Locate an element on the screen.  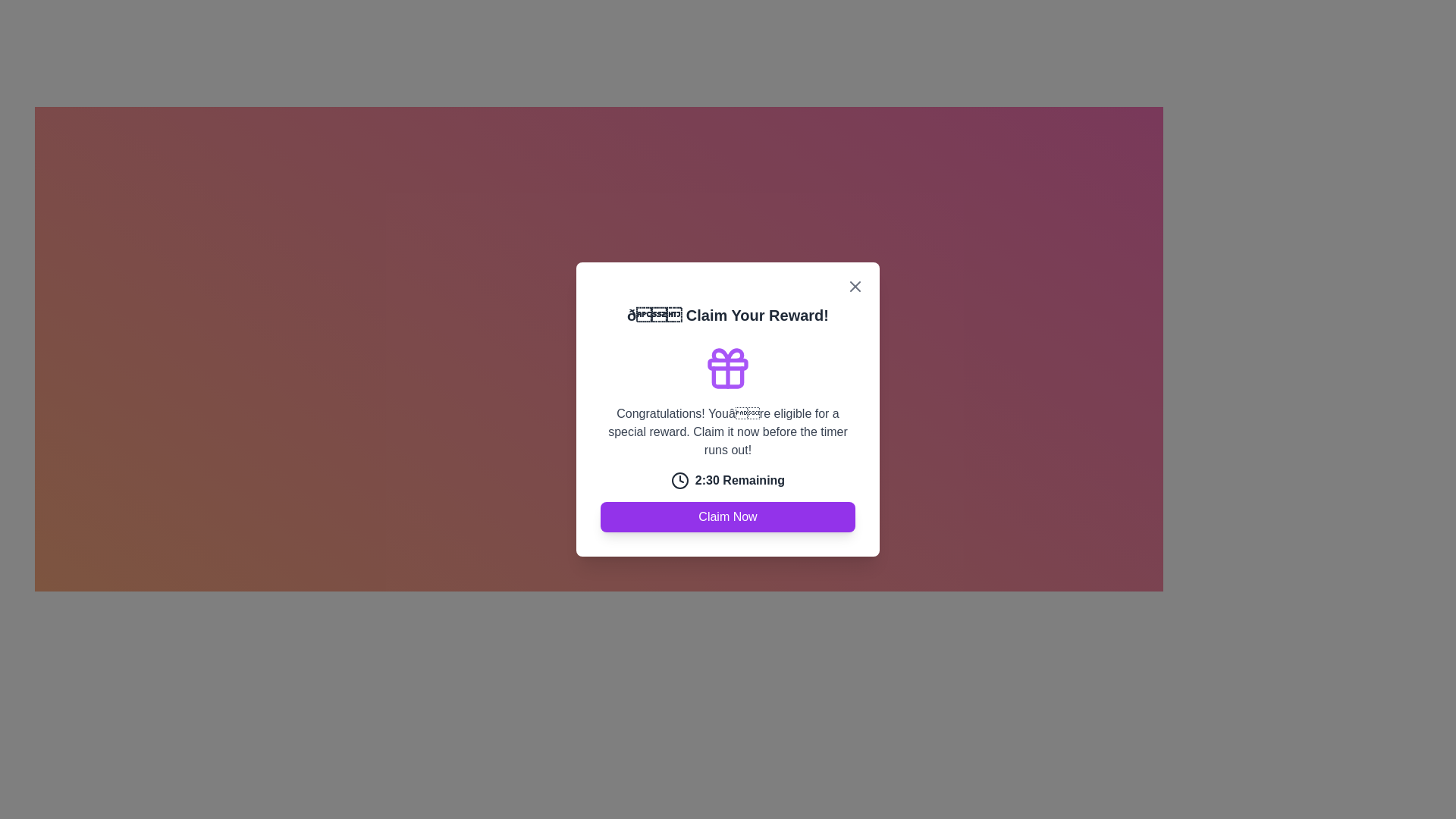
the decorative reward icon located in the upper portion of the modal window, positioned above the text 'Congratulations! You’re eligible for a special reward...' and below the title of the modal is located at coordinates (728, 369).